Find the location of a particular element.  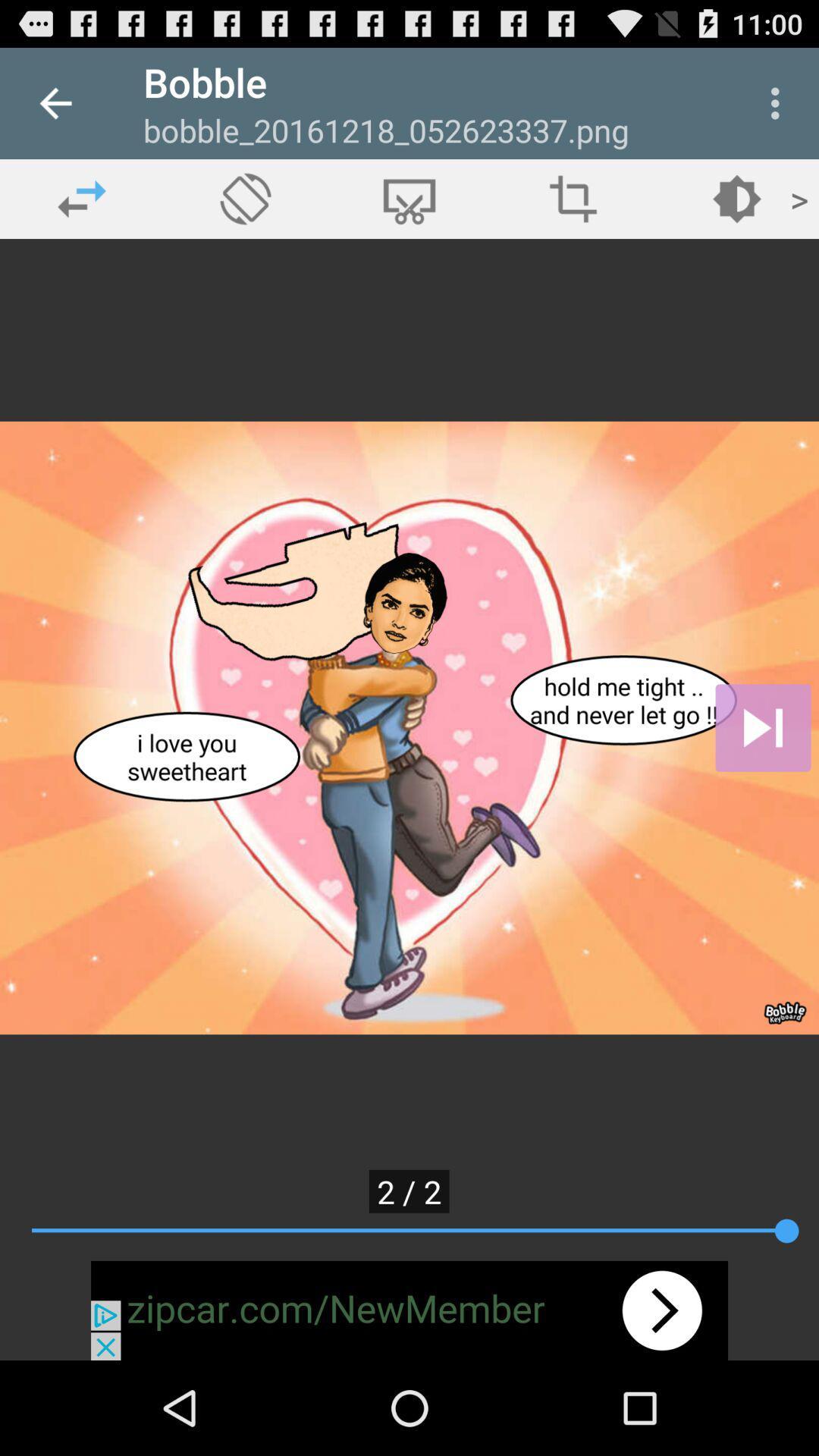

fast forward option is located at coordinates (763, 728).